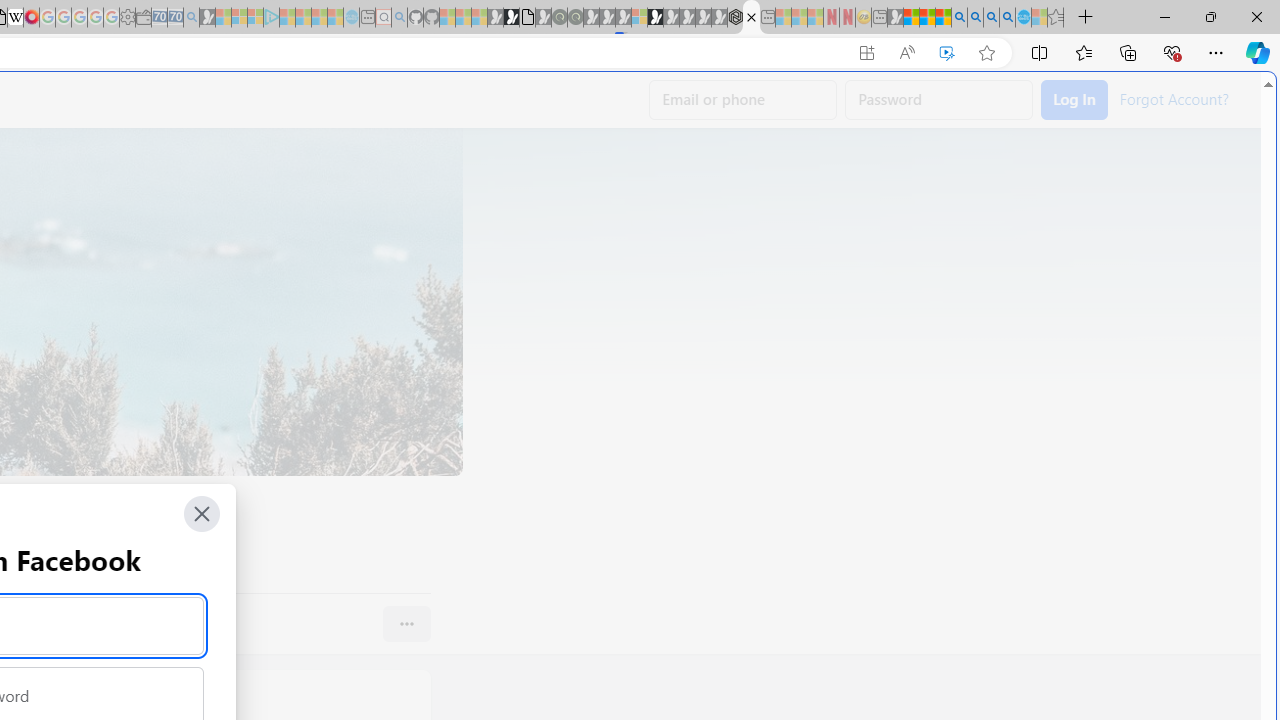  Describe the element at coordinates (1173, 98) in the screenshot. I see `'Forgot Account?'` at that location.